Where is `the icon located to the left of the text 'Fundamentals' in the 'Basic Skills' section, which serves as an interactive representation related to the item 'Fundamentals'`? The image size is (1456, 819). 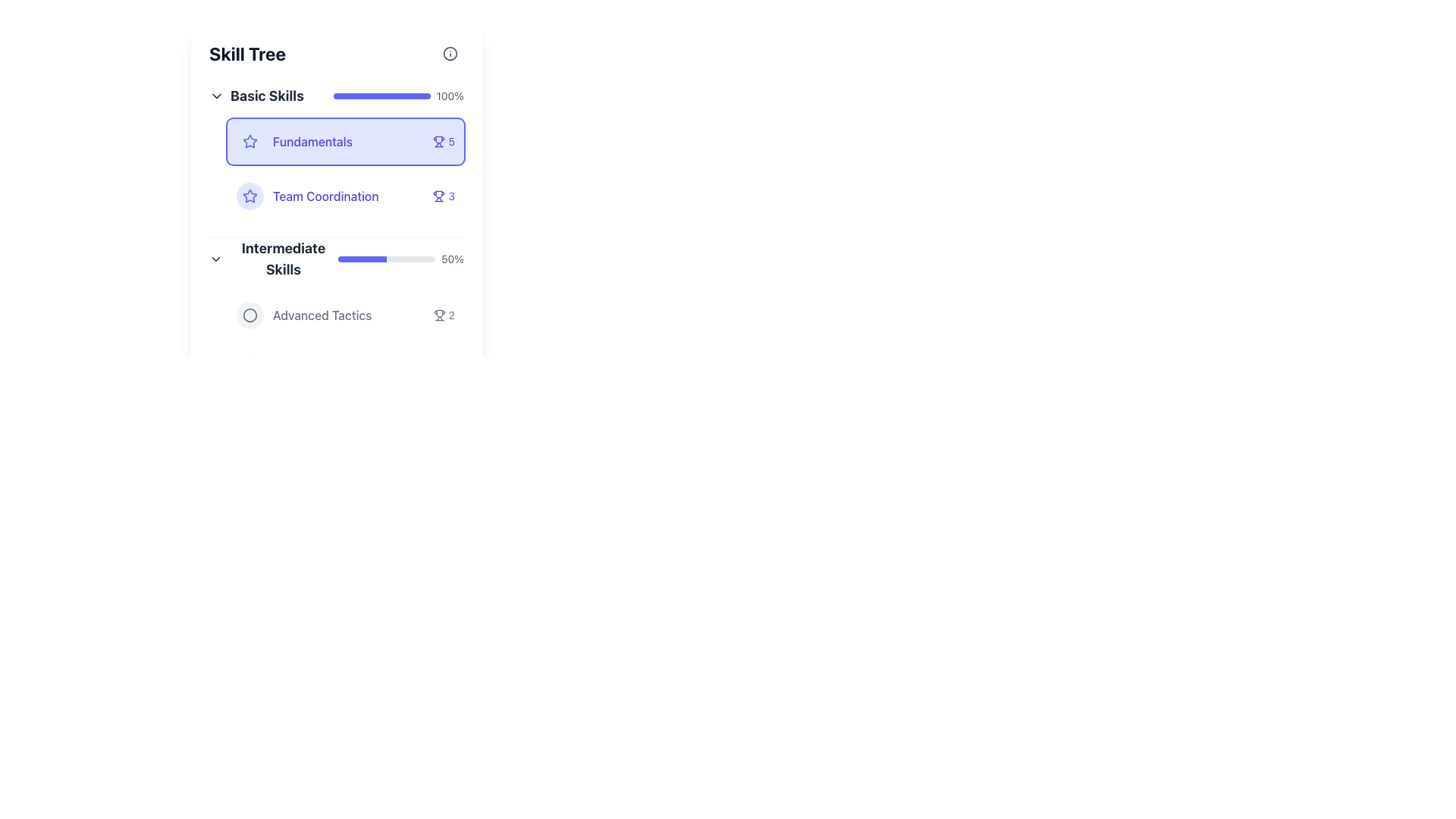 the icon located to the left of the text 'Fundamentals' in the 'Basic Skills' section, which serves as an interactive representation related to the item 'Fundamentals' is located at coordinates (250, 195).